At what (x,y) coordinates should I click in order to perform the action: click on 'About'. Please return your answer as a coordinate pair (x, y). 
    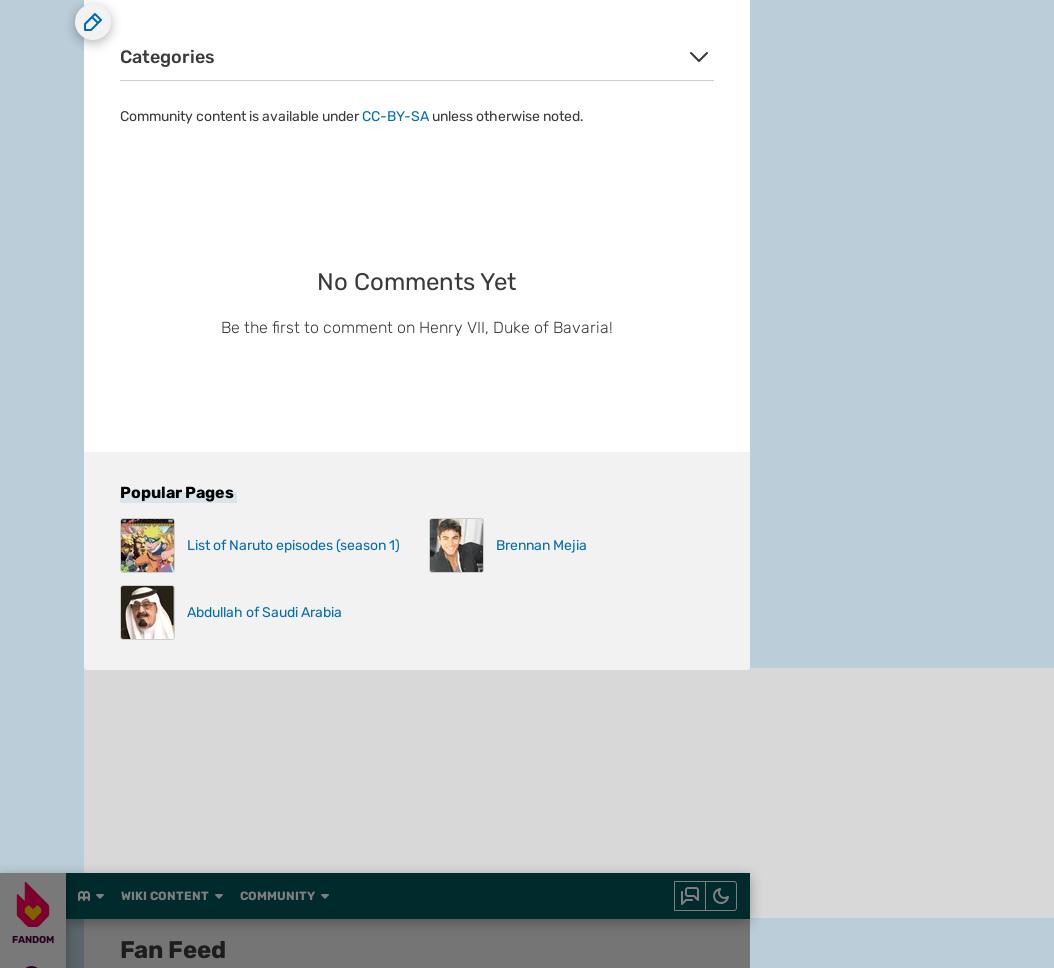
    Looking at the image, I should click on (83, 295).